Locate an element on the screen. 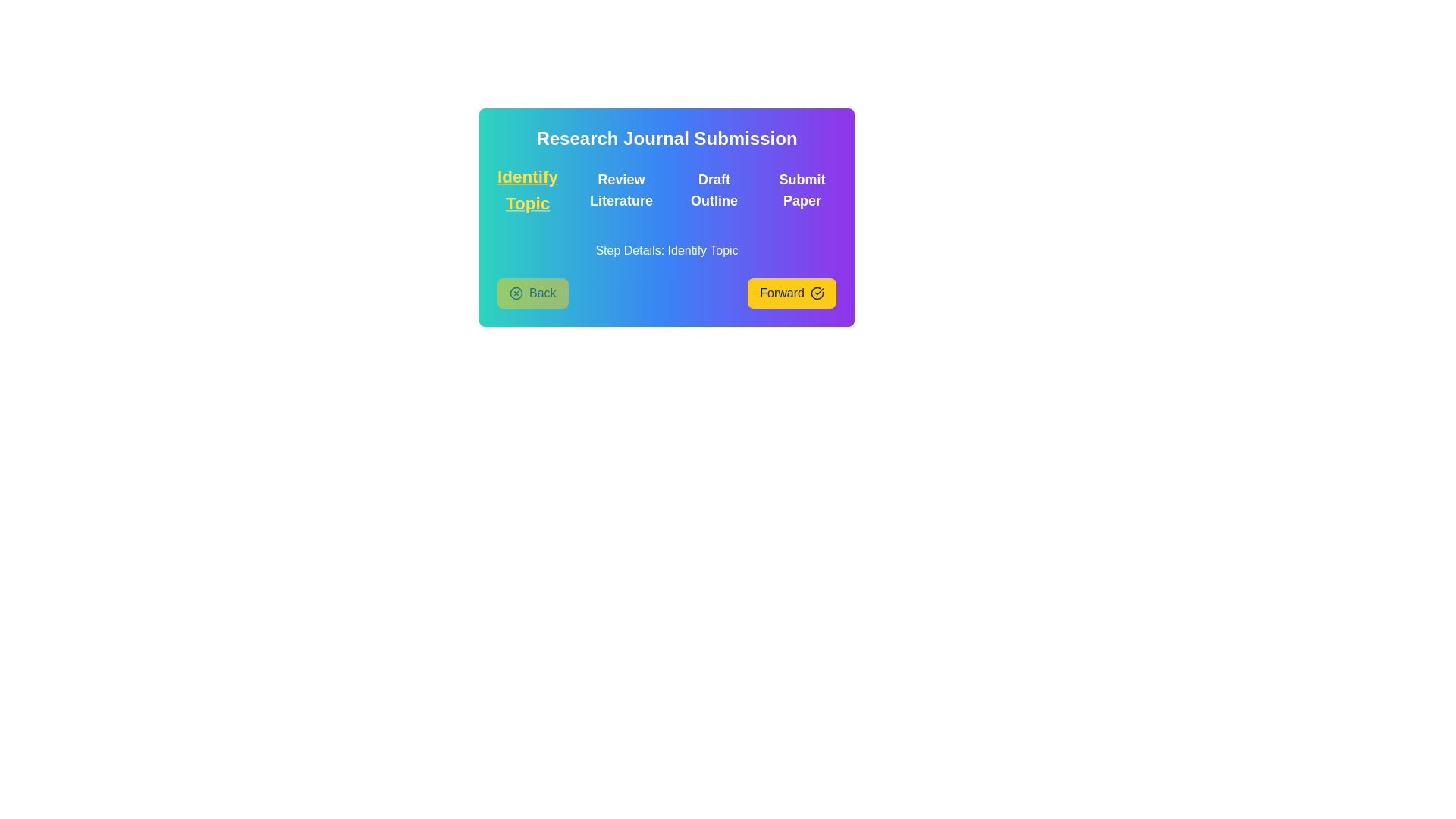  the navigation button to move to the Forward step is located at coordinates (791, 293).